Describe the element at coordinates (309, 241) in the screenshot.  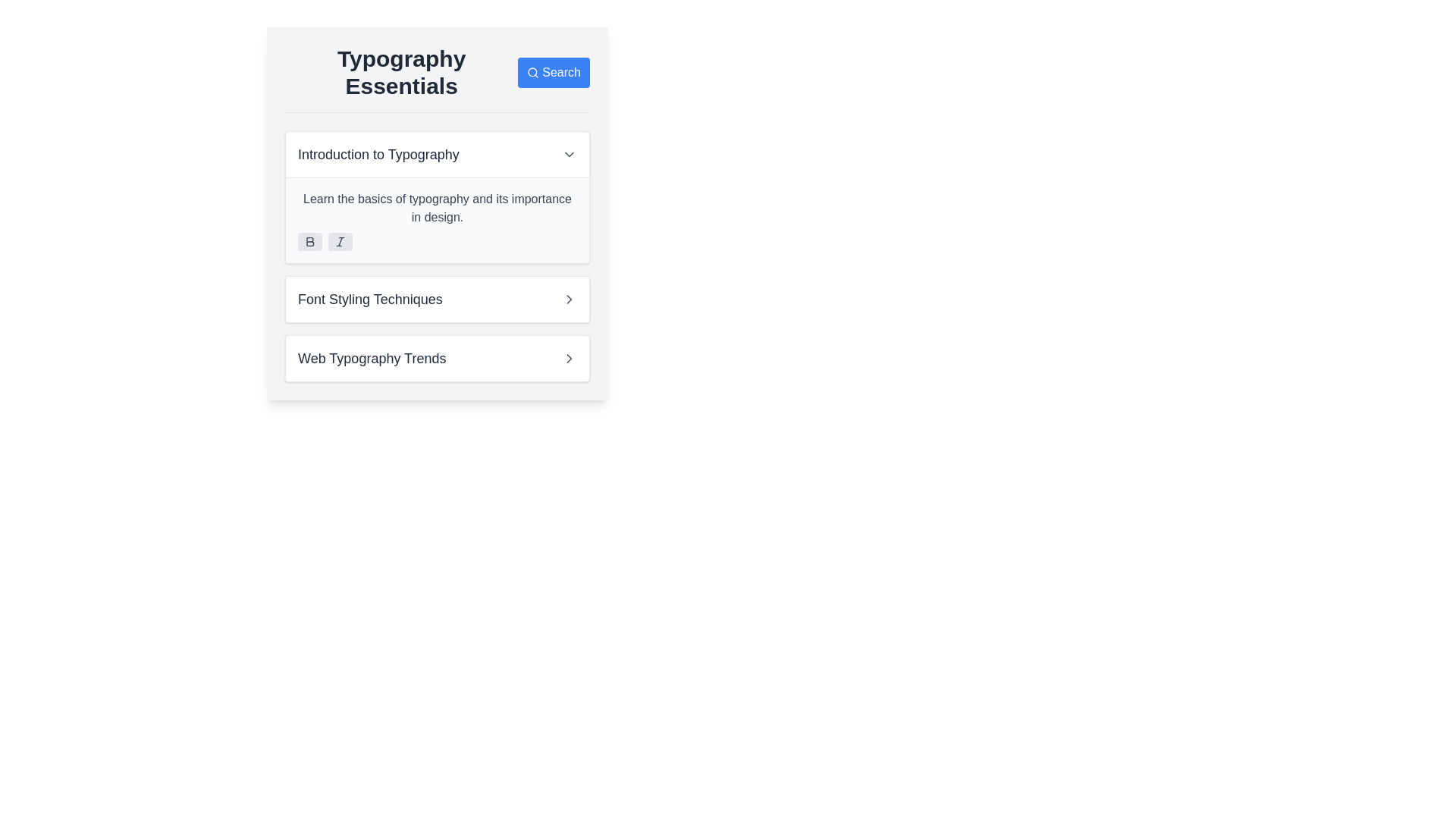
I see `the first button under the 'Introduction to Typography' section to apply bold formatting to text` at that location.